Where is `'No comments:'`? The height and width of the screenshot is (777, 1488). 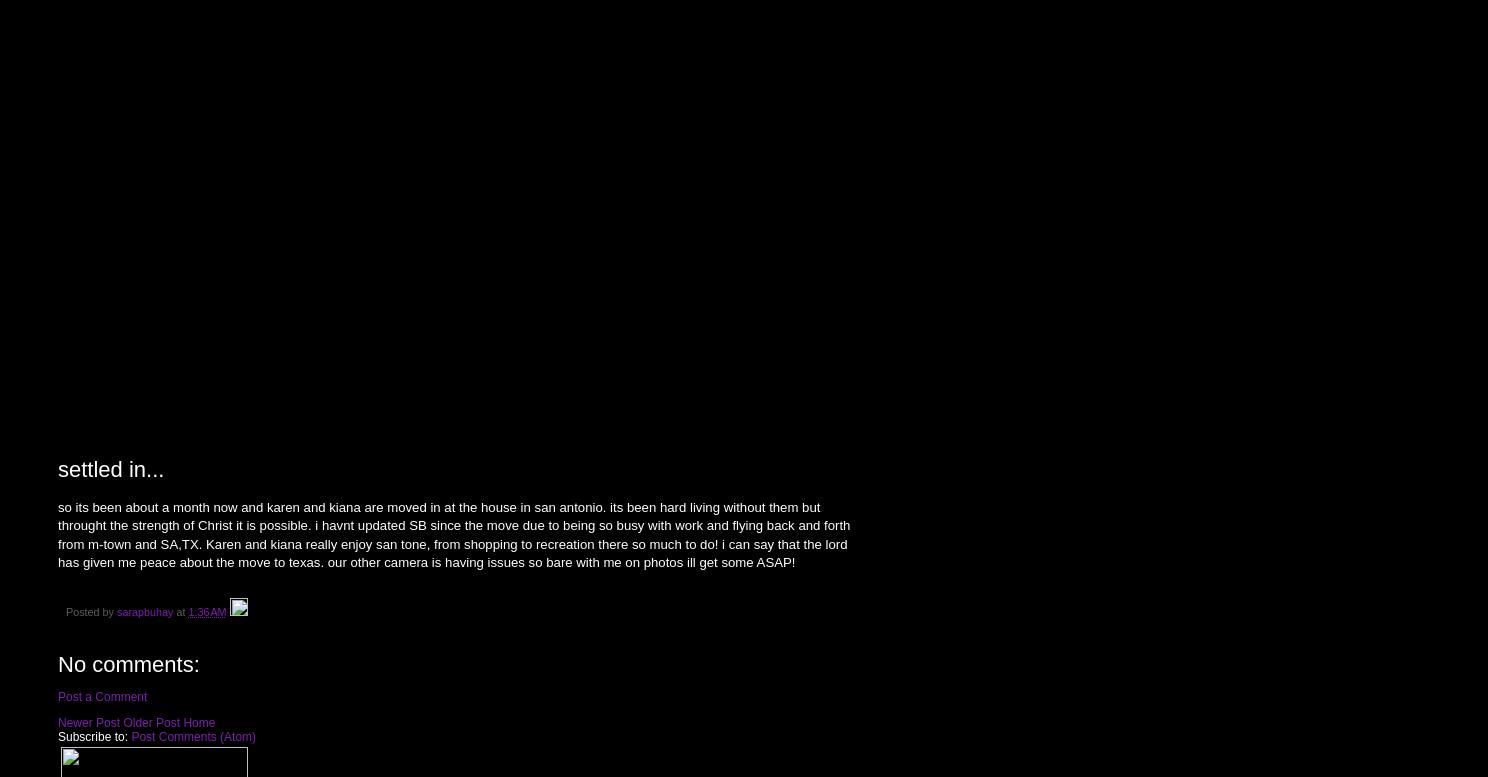
'No comments:' is located at coordinates (57, 662).